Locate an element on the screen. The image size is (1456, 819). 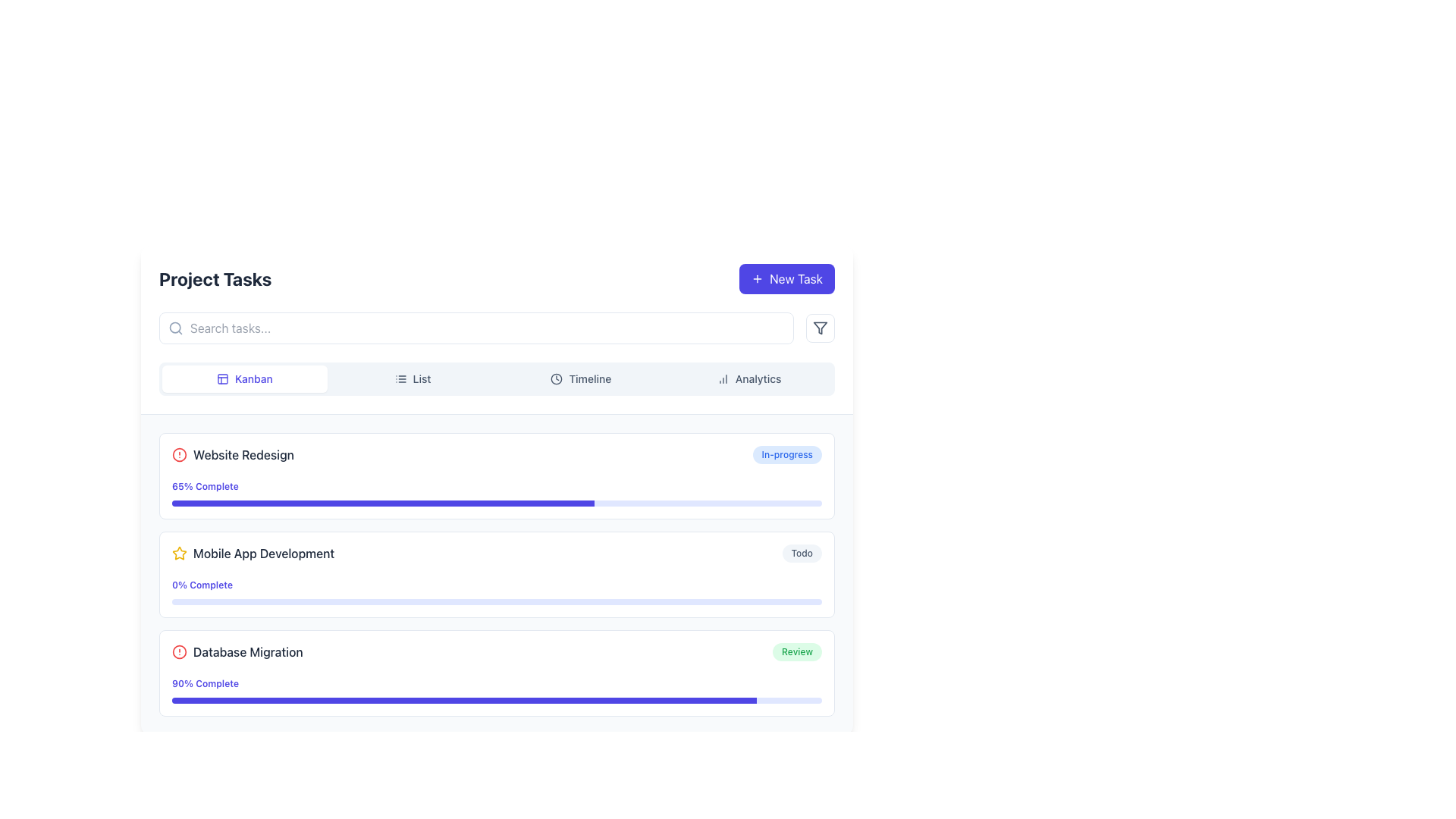
the SVG icon resembling a grid layout located to the left of the 'Kanban' text in the 'Project Tasks' section is located at coordinates (221, 378).